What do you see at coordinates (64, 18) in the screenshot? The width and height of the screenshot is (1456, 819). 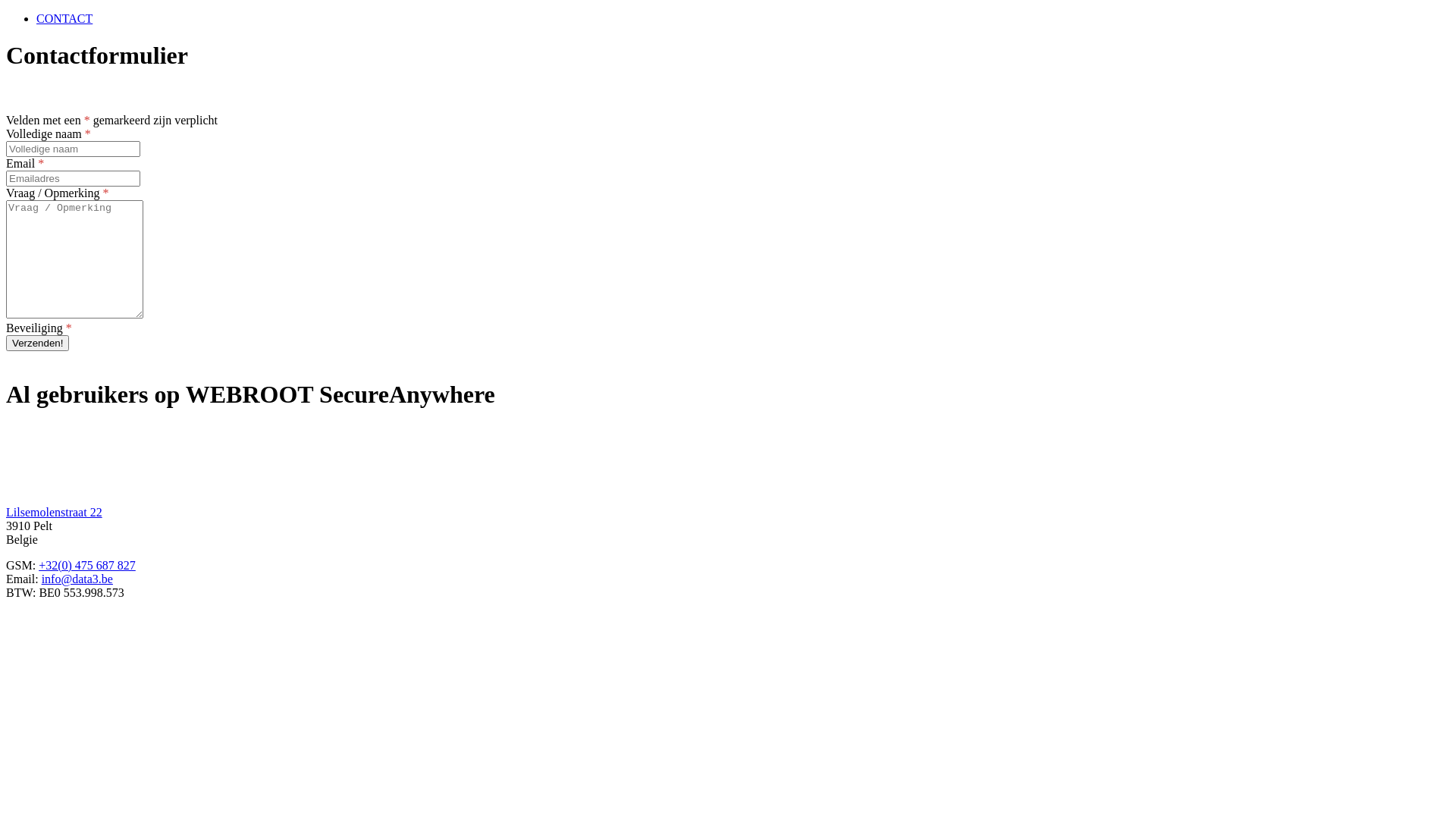 I see `'CONTACT'` at bounding box center [64, 18].